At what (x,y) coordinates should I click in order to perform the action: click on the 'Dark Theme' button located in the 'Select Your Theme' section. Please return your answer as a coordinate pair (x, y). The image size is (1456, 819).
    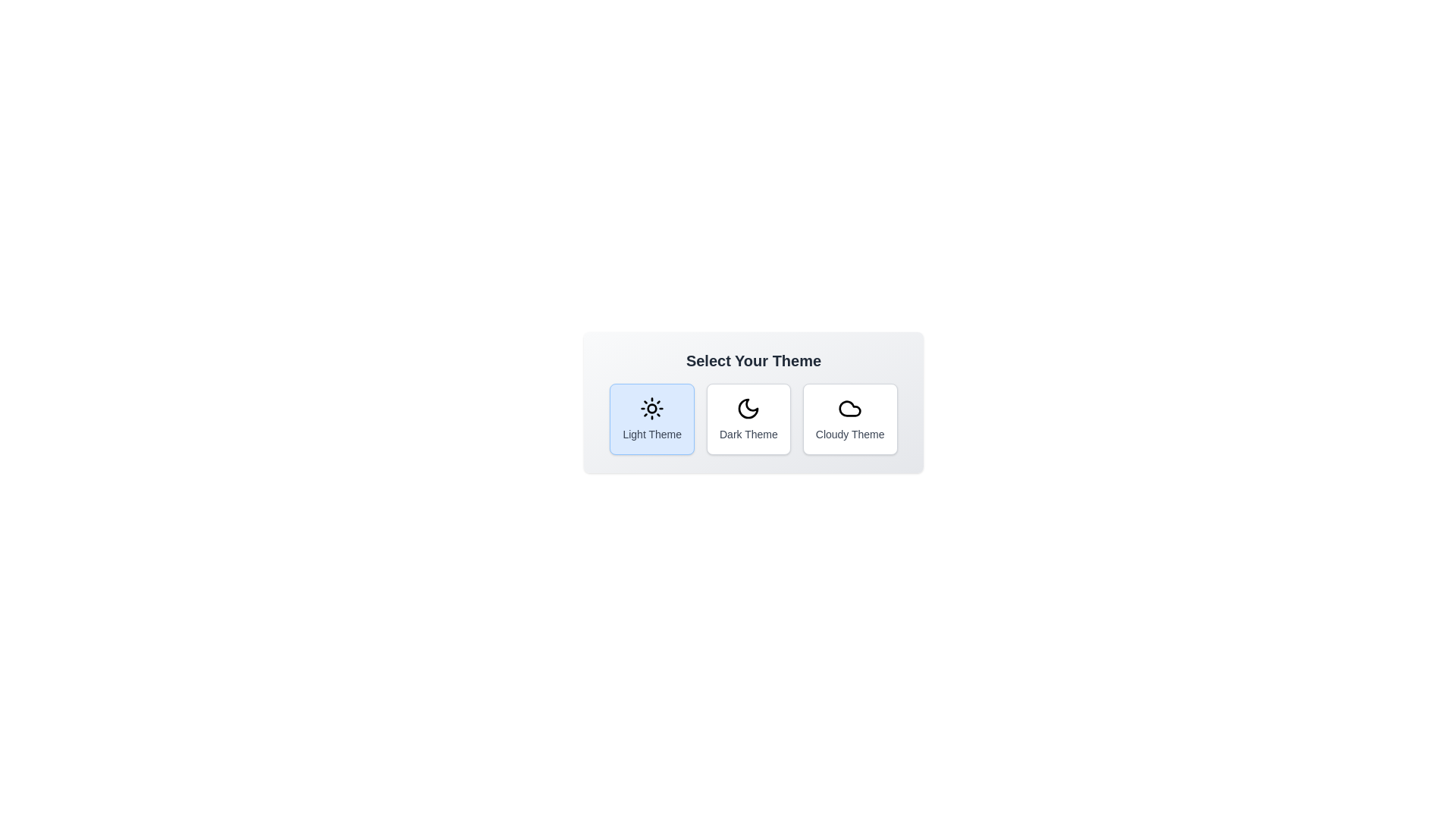
    Looking at the image, I should click on (753, 419).